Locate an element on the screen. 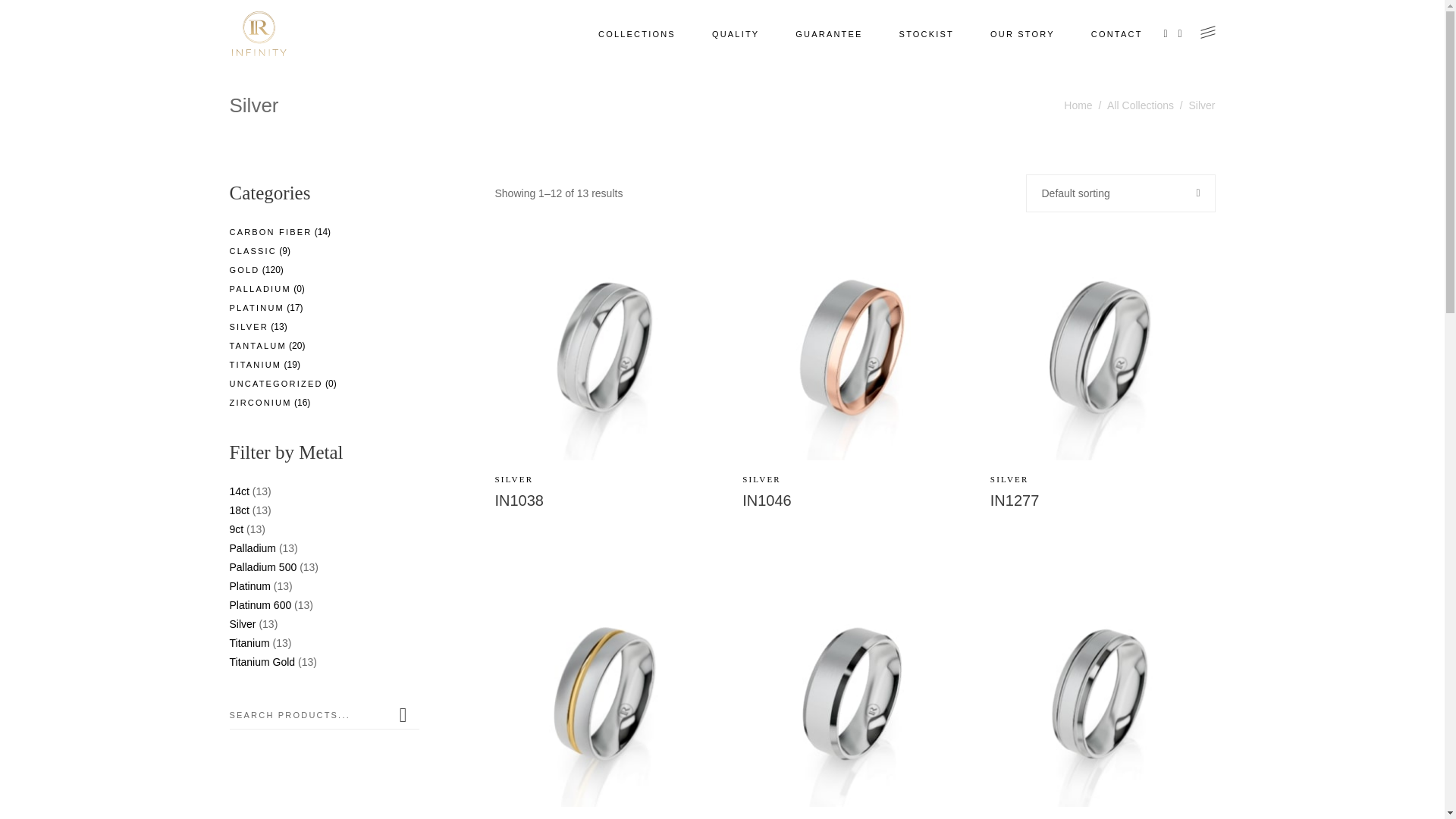 The width and height of the screenshot is (1456, 819). 'Silver' is located at coordinates (241, 623).